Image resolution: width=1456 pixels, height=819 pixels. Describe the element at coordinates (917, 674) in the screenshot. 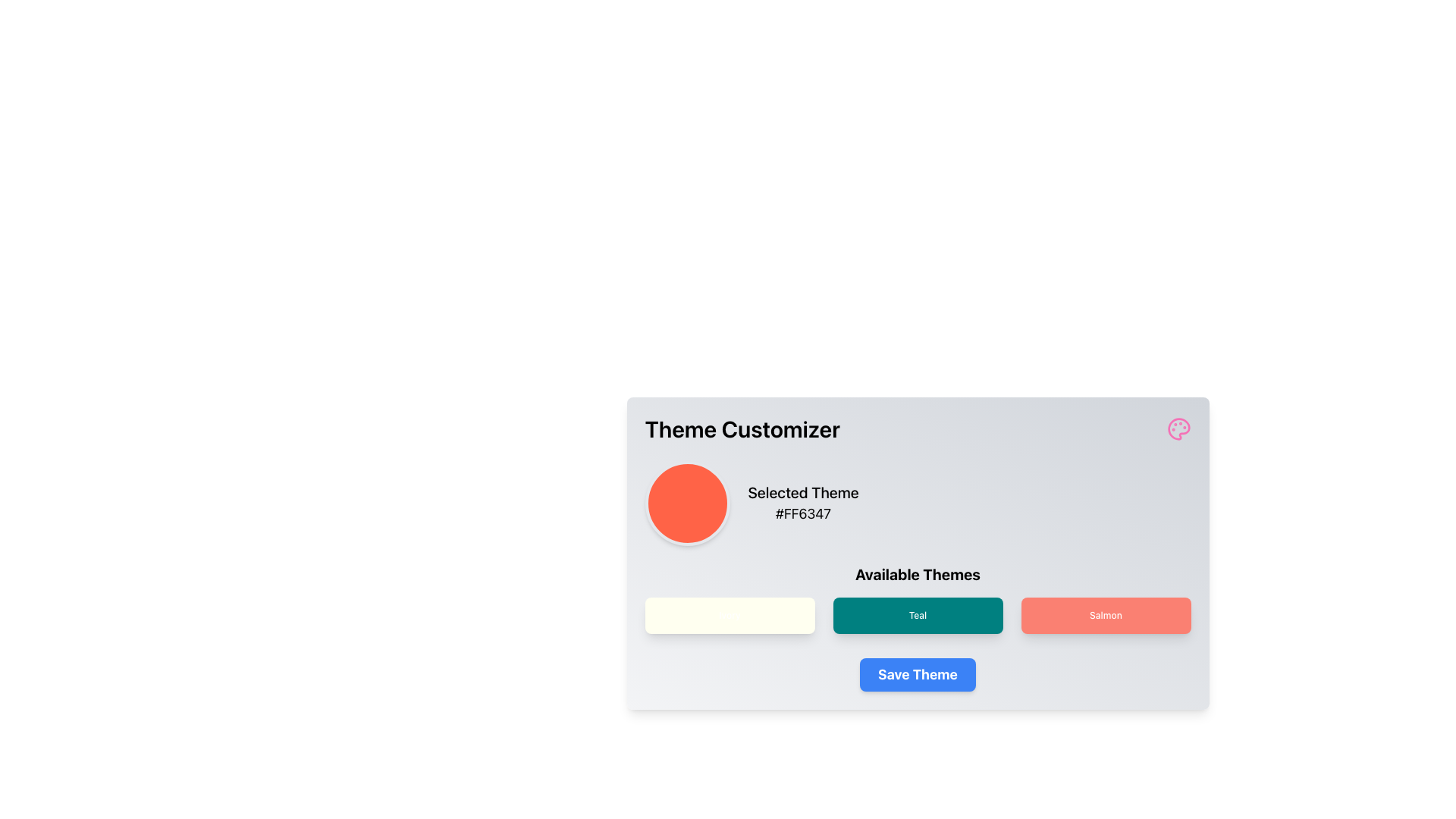

I see `the 'Save' button in the 'Theme Customizer' interface to confirm and save the currently selected theme` at that location.